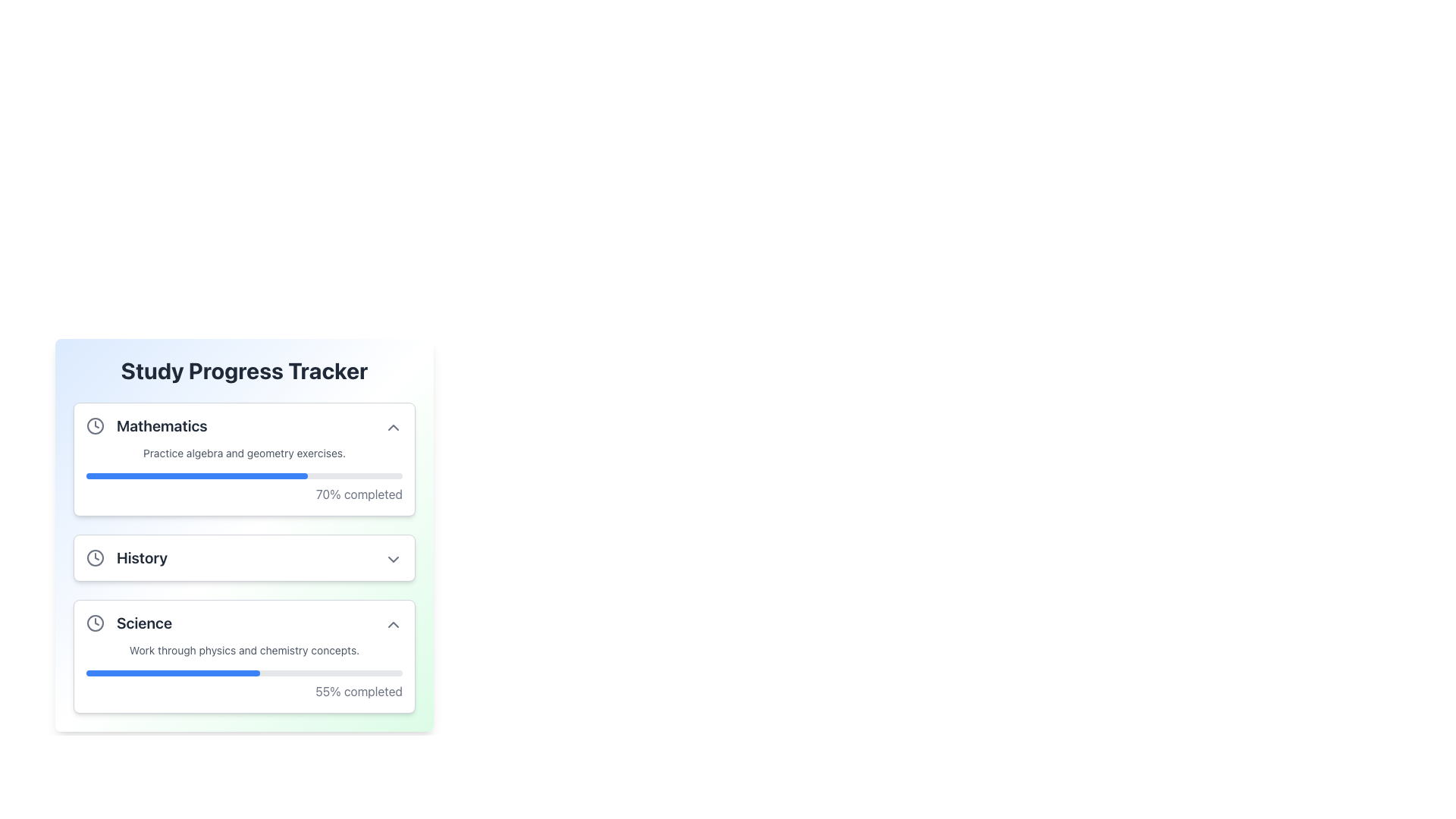  Describe the element at coordinates (94, 426) in the screenshot. I see `the clock icon representing time-related information associated with the 'Mathematics' section for accessibility navigation` at that location.